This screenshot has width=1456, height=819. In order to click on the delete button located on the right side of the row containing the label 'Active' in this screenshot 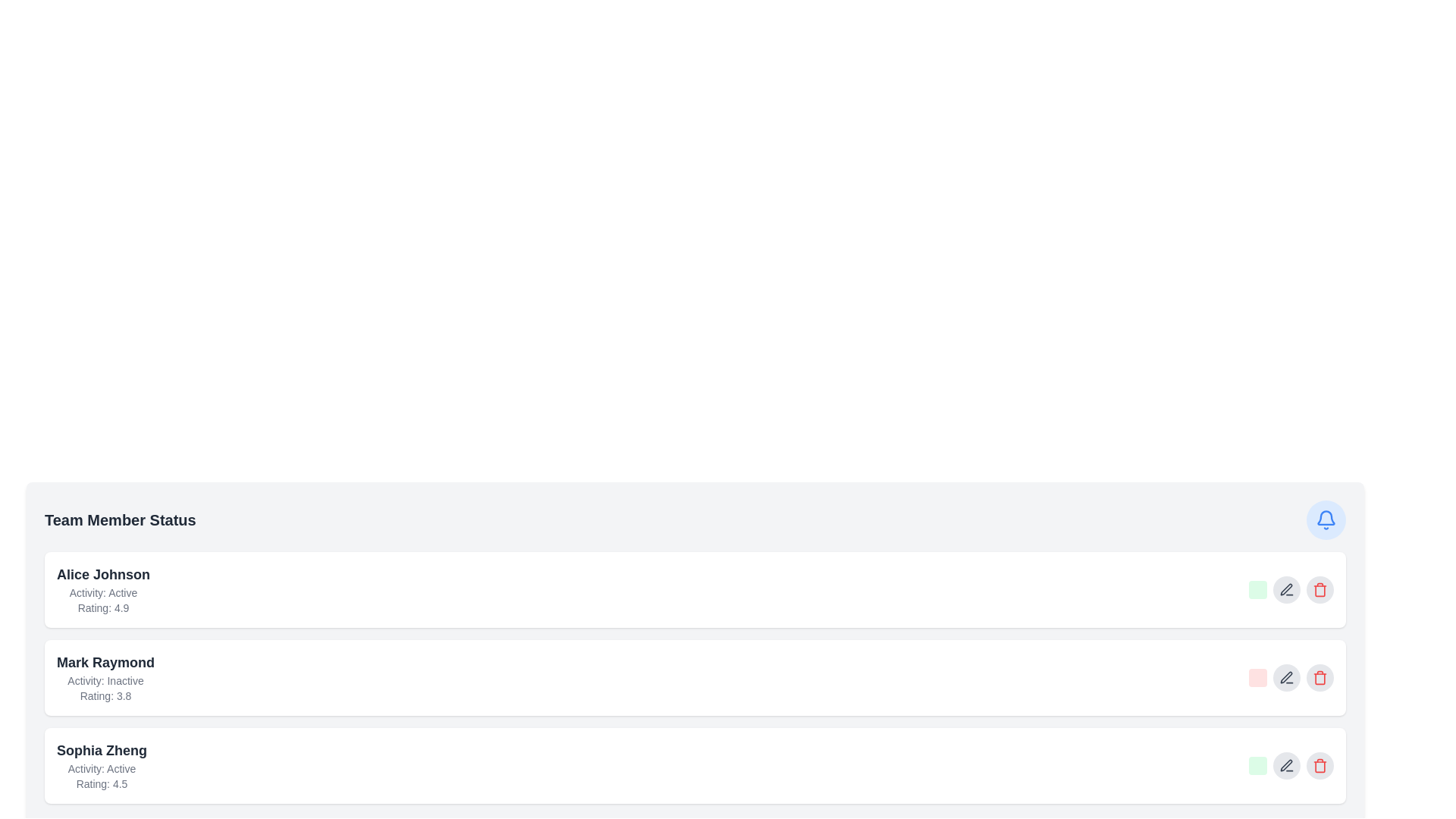, I will do `click(1319, 589)`.